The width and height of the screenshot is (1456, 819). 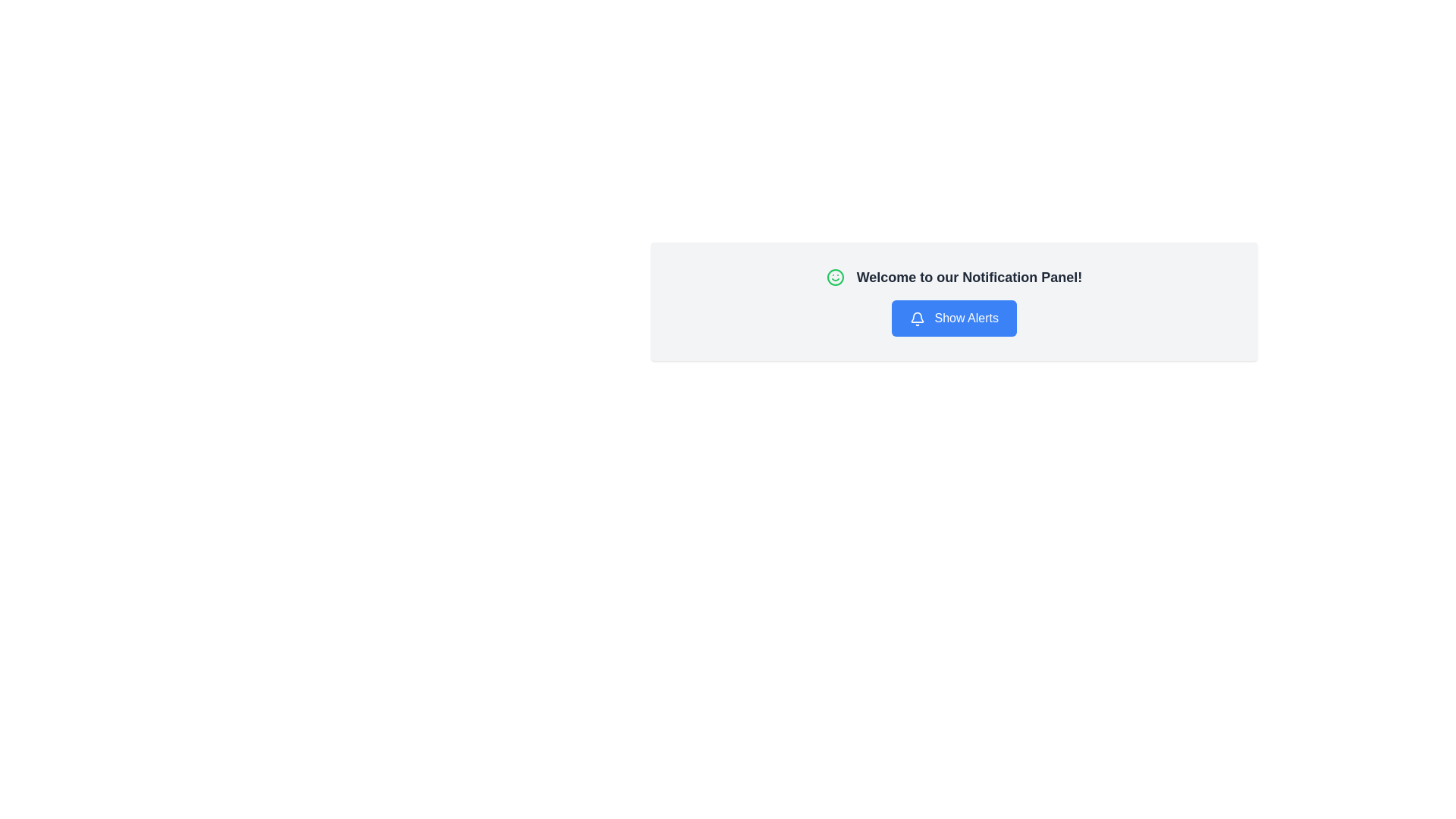 What do you see at coordinates (916, 318) in the screenshot?
I see `the blue rectangular button labeled 'Show Alerts' that contains the bell icon` at bounding box center [916, 318].